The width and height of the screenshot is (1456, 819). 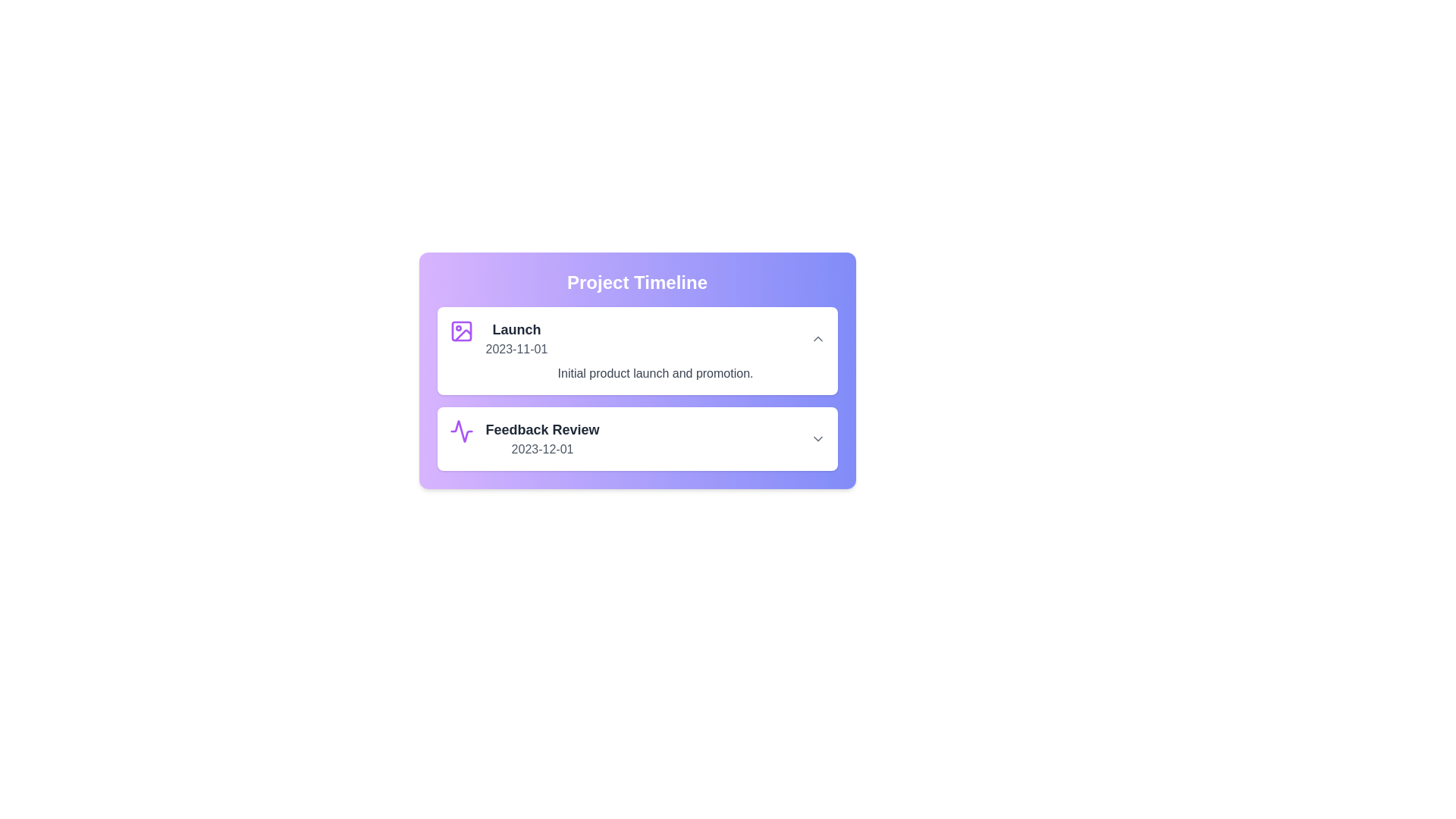 I want to click on the Chevron Icon located at the right end of the 'Feedback Review' tile under 'Project Timeline' to expand or collapse additional information, so click(x=817, y=438).